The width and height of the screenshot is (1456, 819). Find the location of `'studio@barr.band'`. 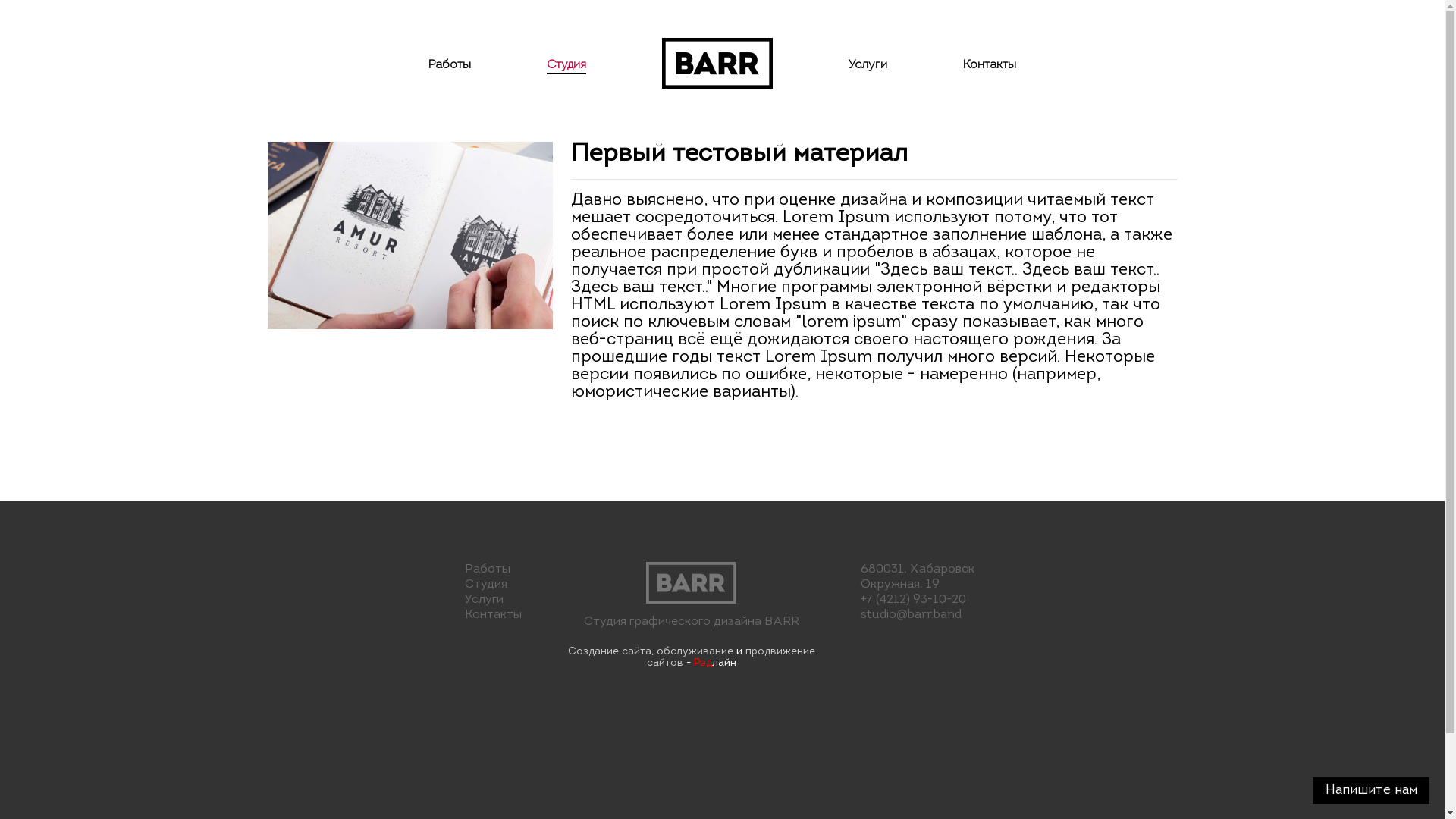

'studio@barr.band' is located at coordinates (910, 614).